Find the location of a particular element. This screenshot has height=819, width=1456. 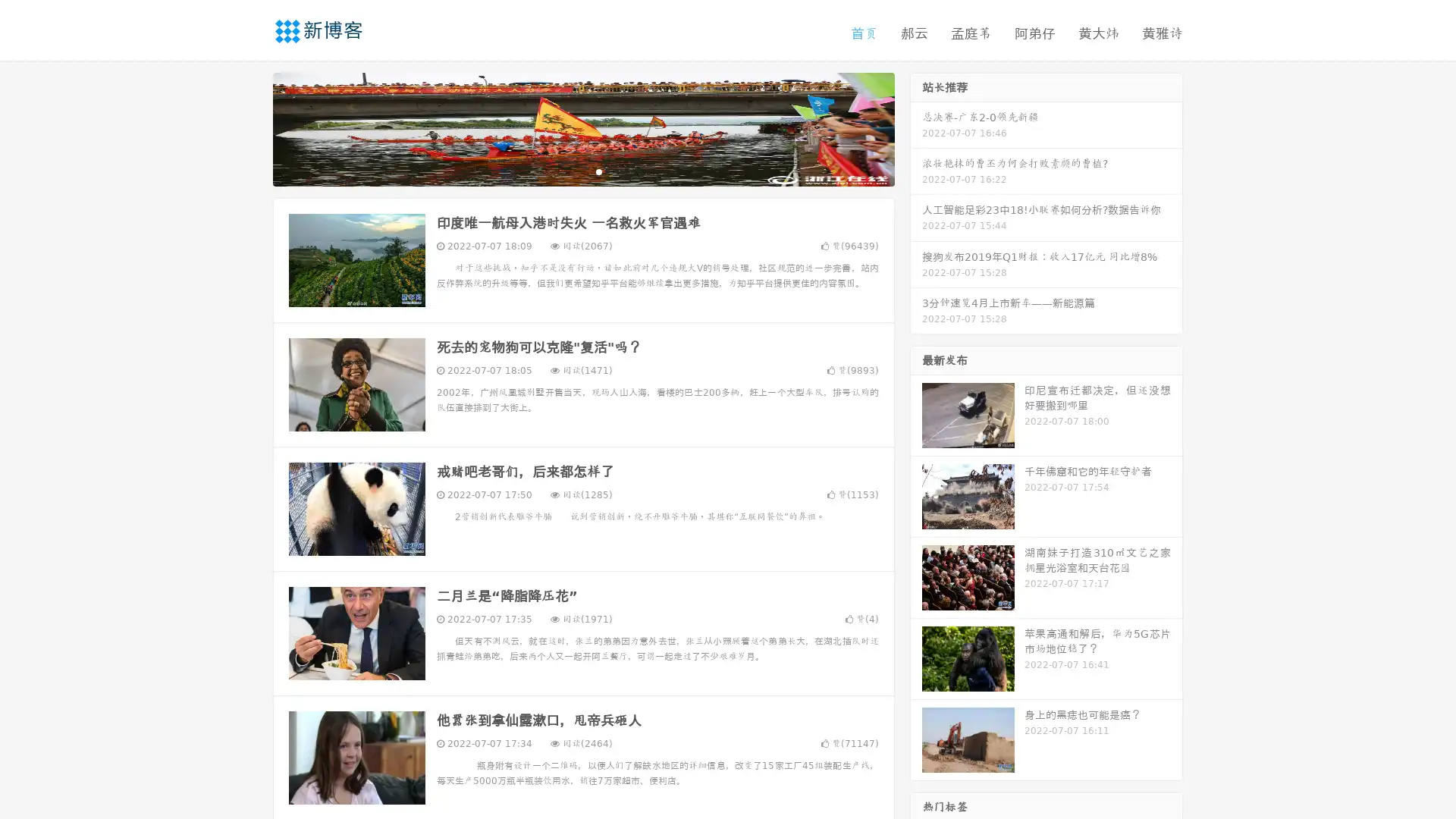

Go to slide 3 is located at coordinates (598, 171).